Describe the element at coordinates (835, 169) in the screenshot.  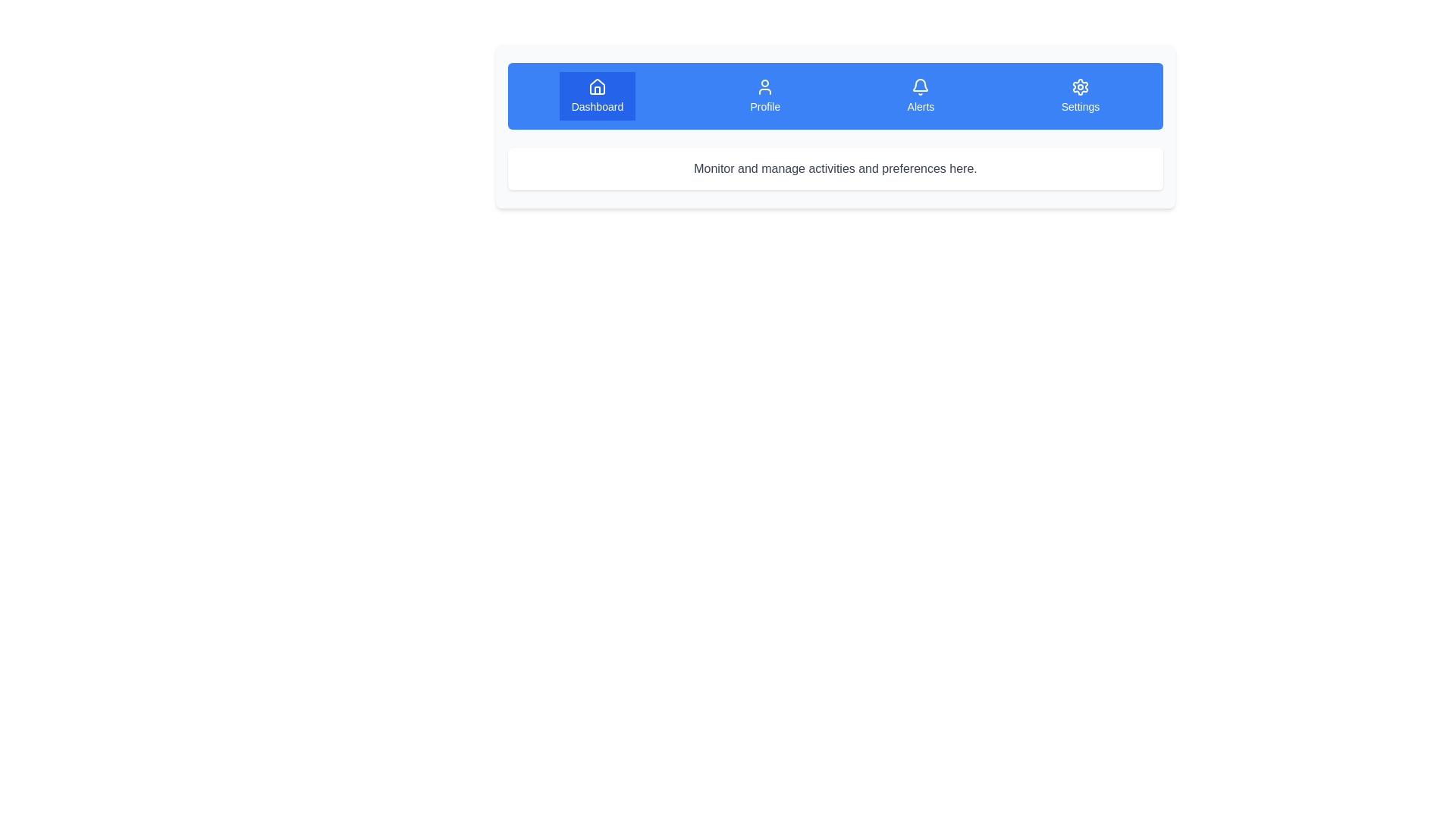
I see `the Informational Text Block that provides users with instructions about the section below the navigation bar` at that location.